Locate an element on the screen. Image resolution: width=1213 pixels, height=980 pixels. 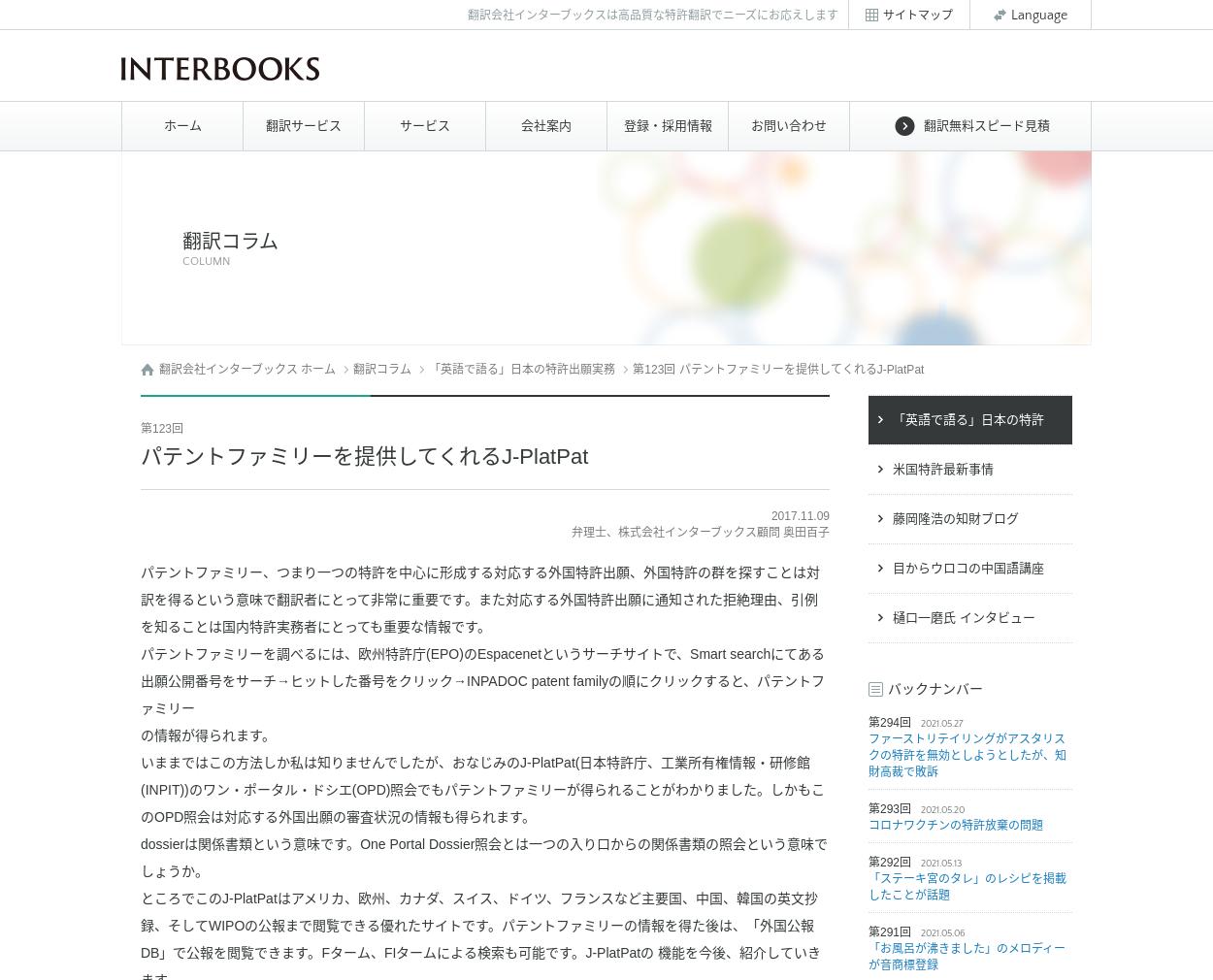
'COLUMN' is located at coordinates (205, 261).